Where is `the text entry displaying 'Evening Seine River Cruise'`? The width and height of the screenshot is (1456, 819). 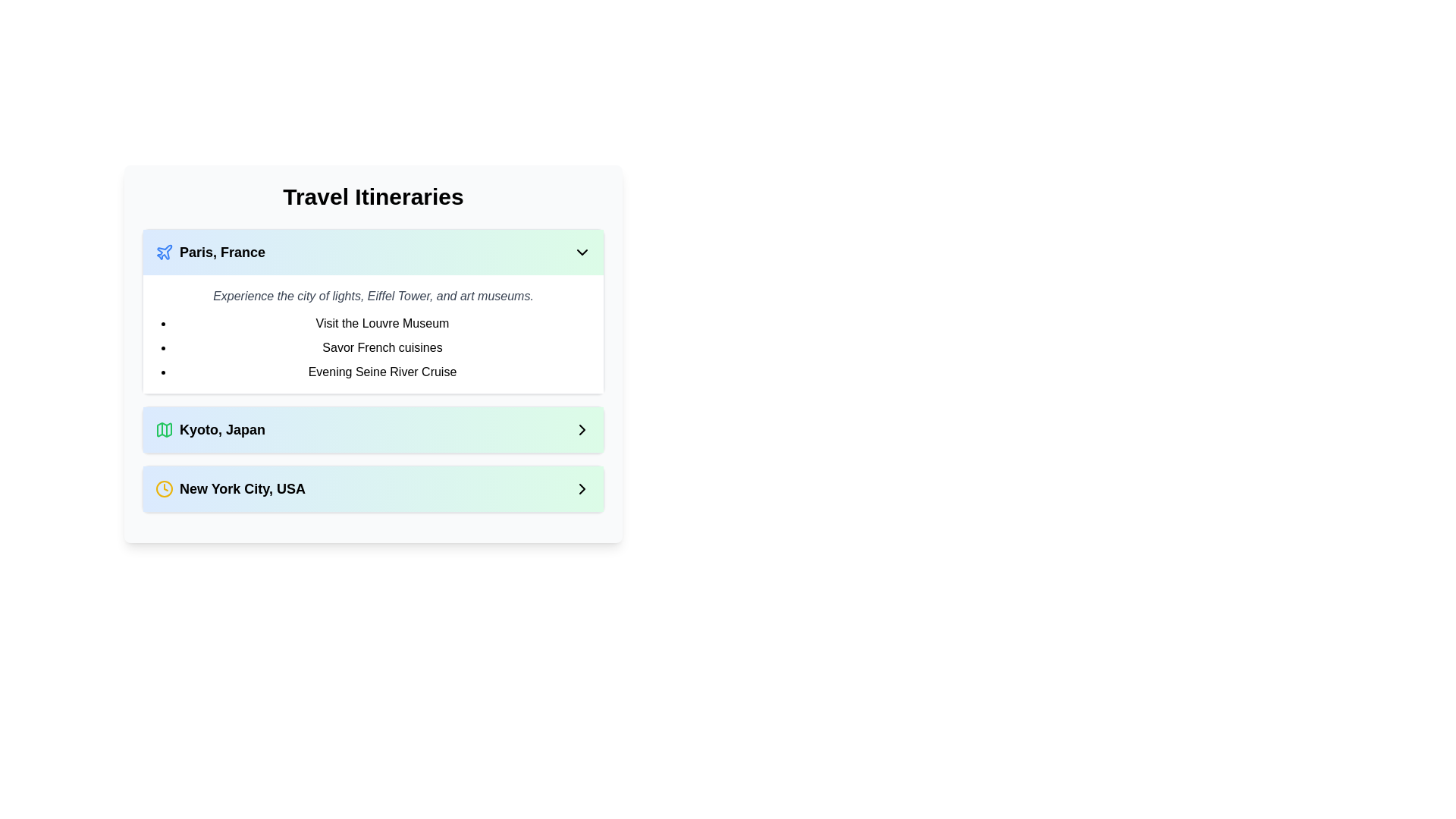 the text entry displaying 'Evening Seine River Cruise' is located at coordinates (382, 372).